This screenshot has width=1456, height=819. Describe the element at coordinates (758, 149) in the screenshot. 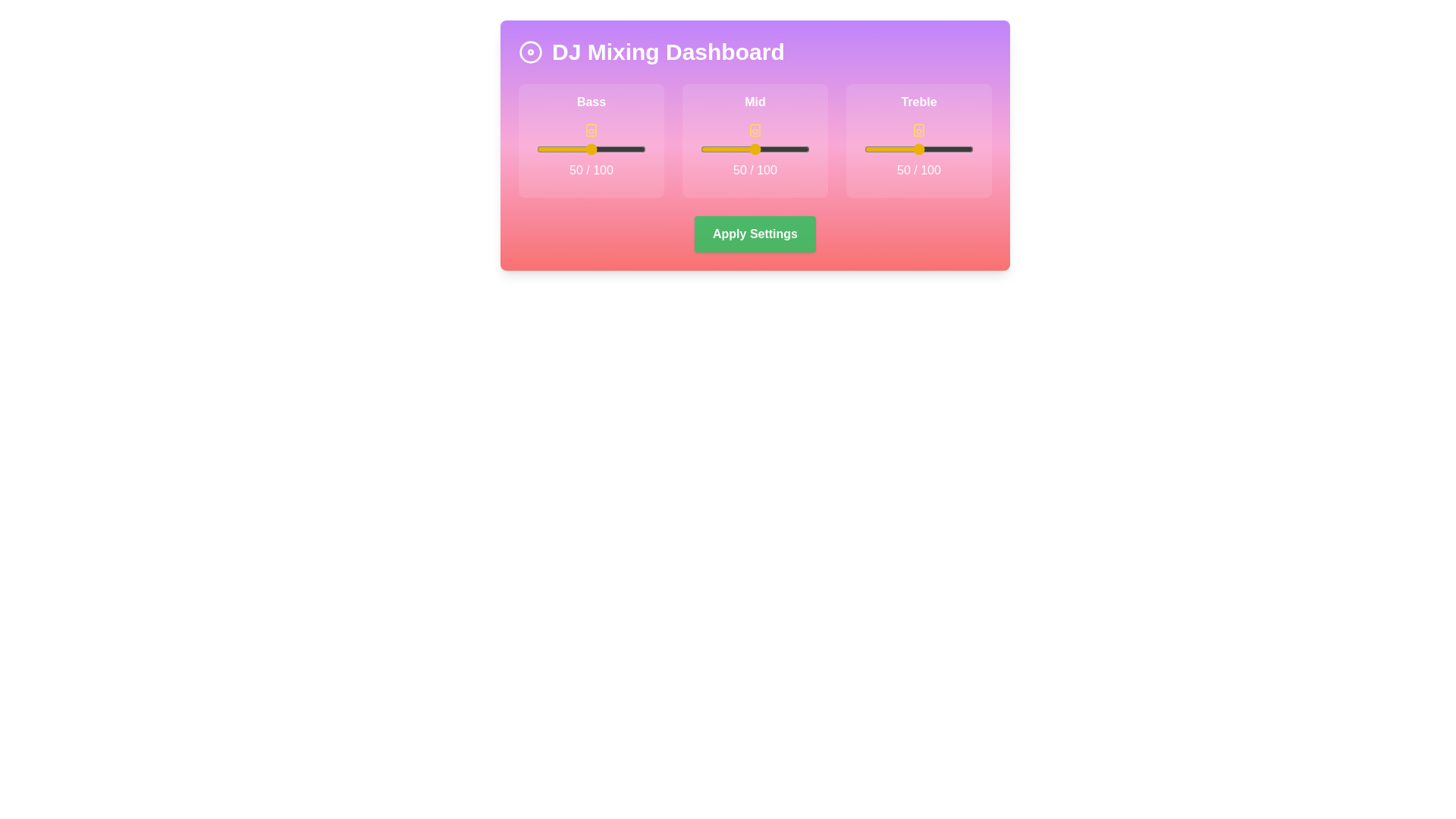

I see `the mid slider to set its value to 53` at that location.